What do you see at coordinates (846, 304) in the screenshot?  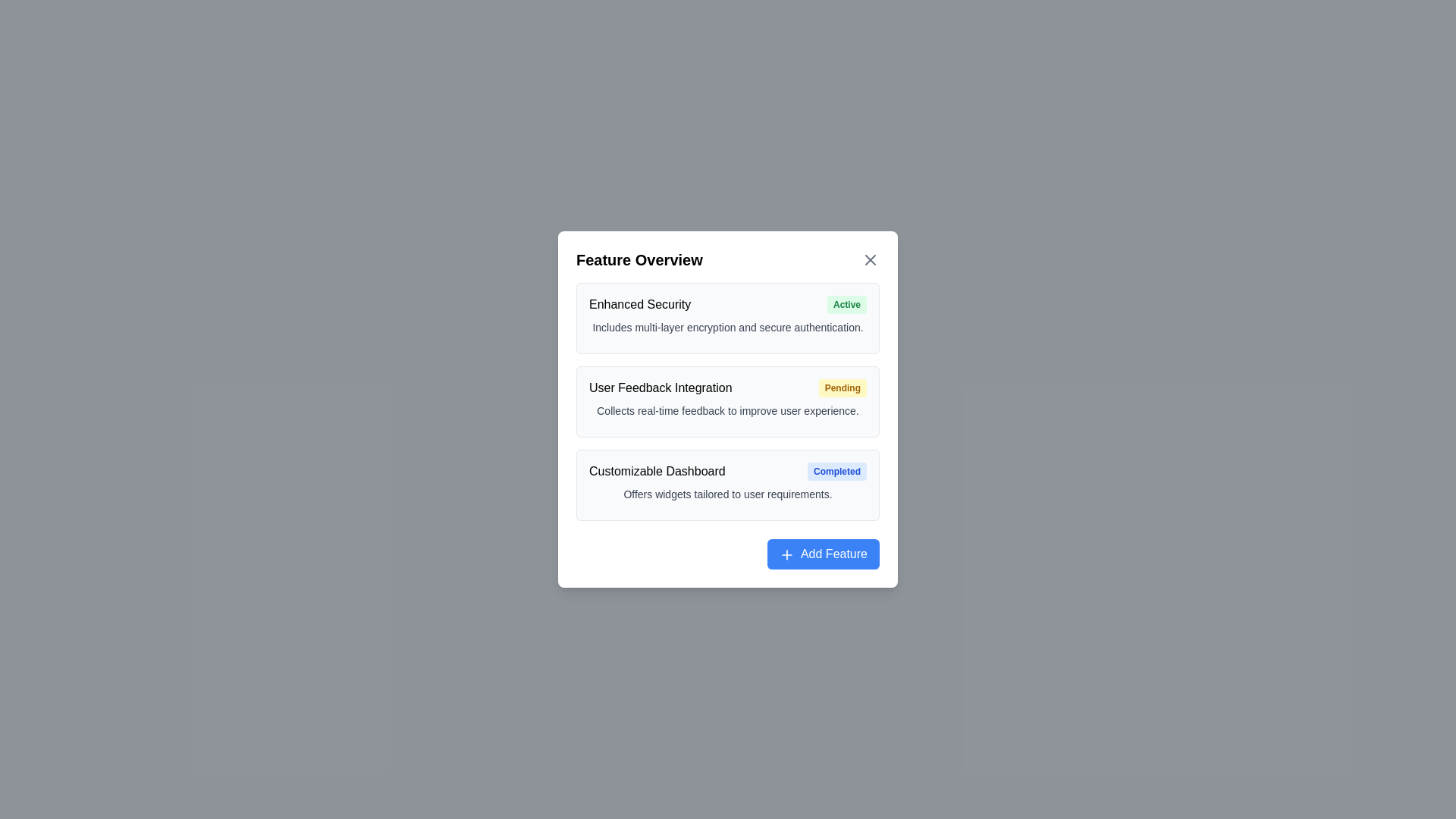 I see `the Status indicator label that indicates the status of the 'Enhanced Security' feature, located on the right side of the 'Enhanced Security' section within a modal dialog` at bounding box center [846, 304].